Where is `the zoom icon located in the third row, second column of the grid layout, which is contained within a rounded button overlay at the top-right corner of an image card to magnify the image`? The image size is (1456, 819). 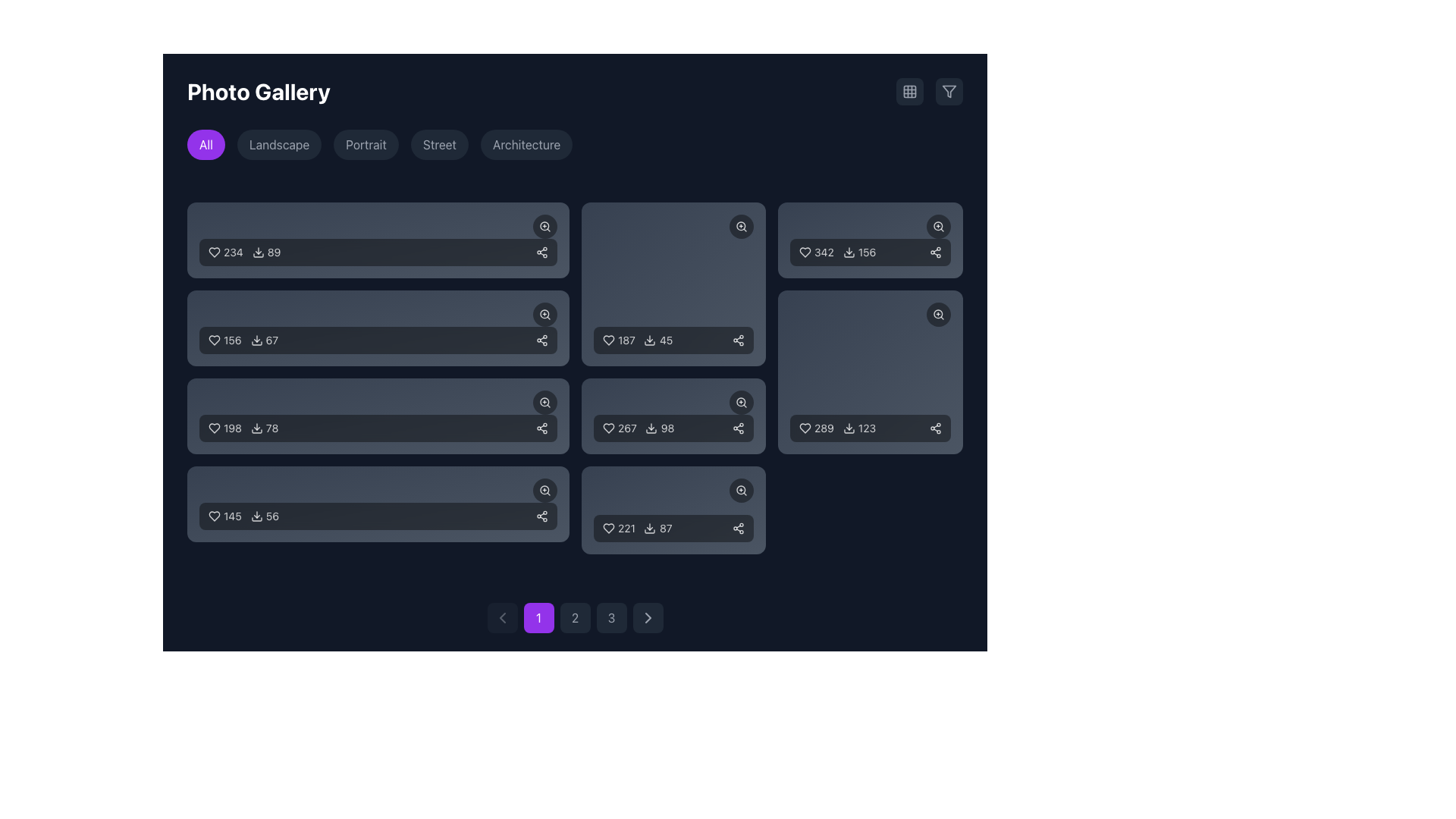
the zoom icon located in the third row, second column of the grid layout, which is contained within a rounded button overlay at the top-right corner of an image card to magnify the image is located at coordinates (544, 402).